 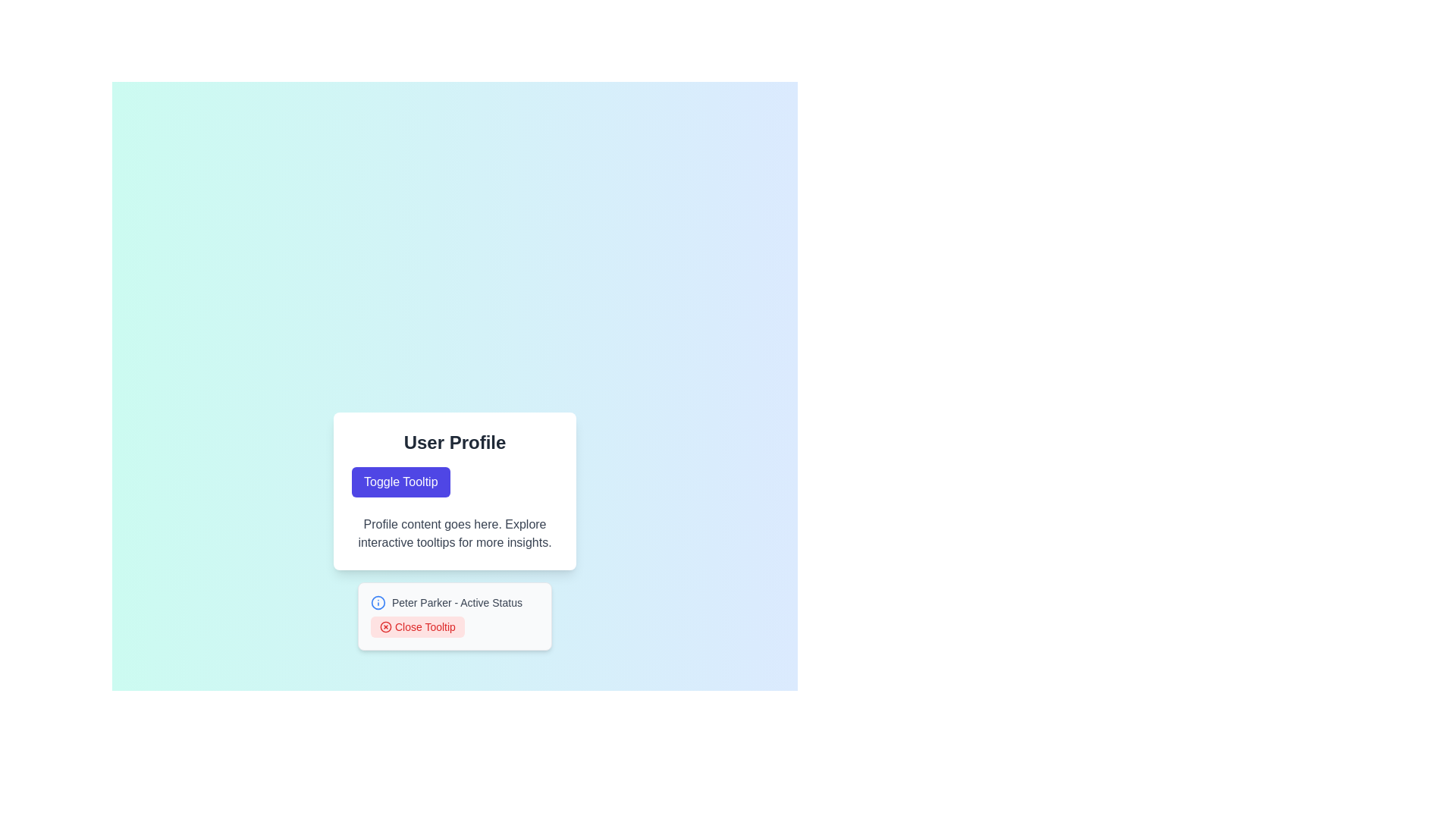 I want to click on the close icon on the 'Close Tooltip' button located below the 'User Profile' information section, so click(x=385, y=626).